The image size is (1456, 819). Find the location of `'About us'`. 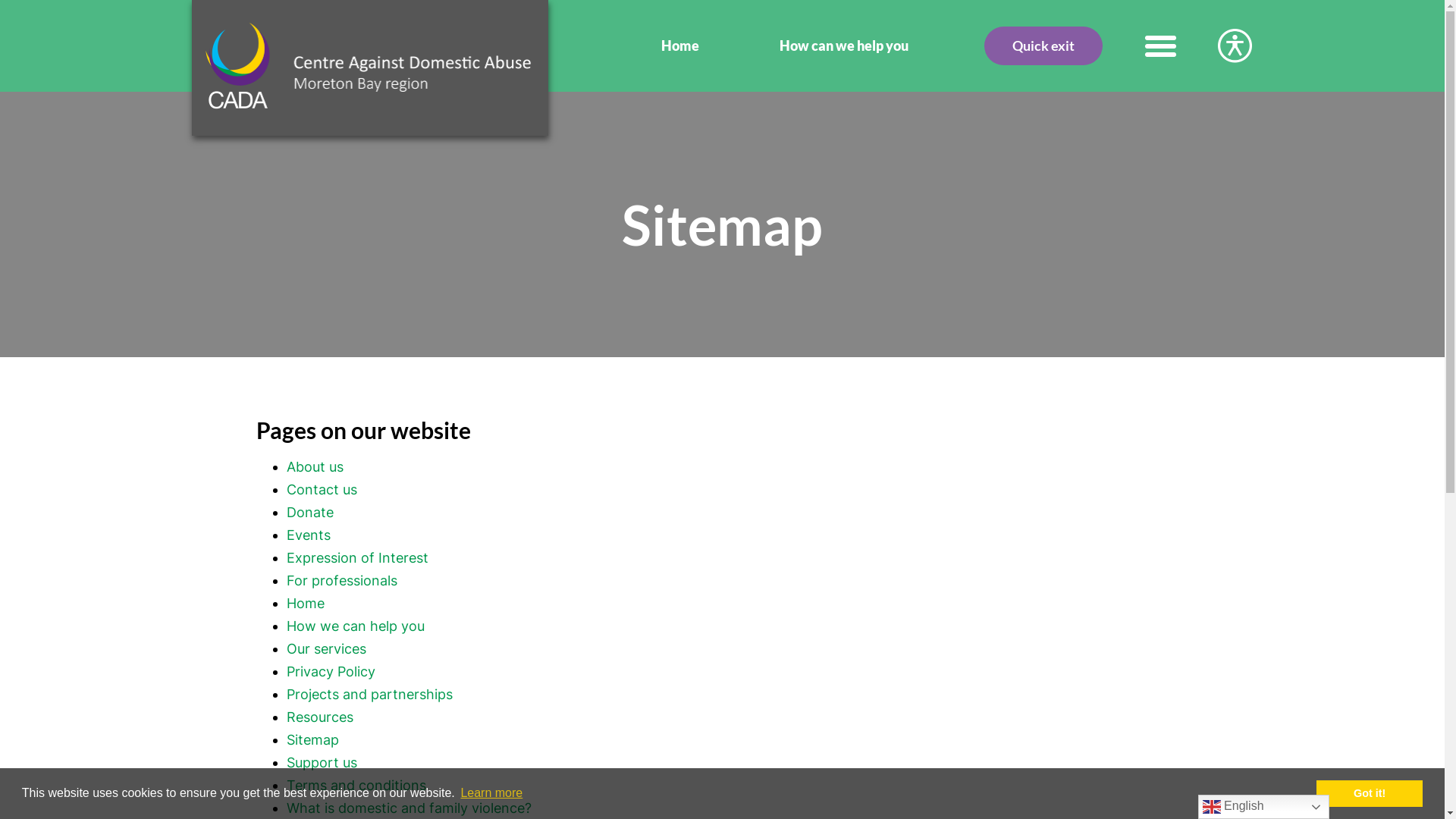

'About us' is located at coordinates (314, 466).